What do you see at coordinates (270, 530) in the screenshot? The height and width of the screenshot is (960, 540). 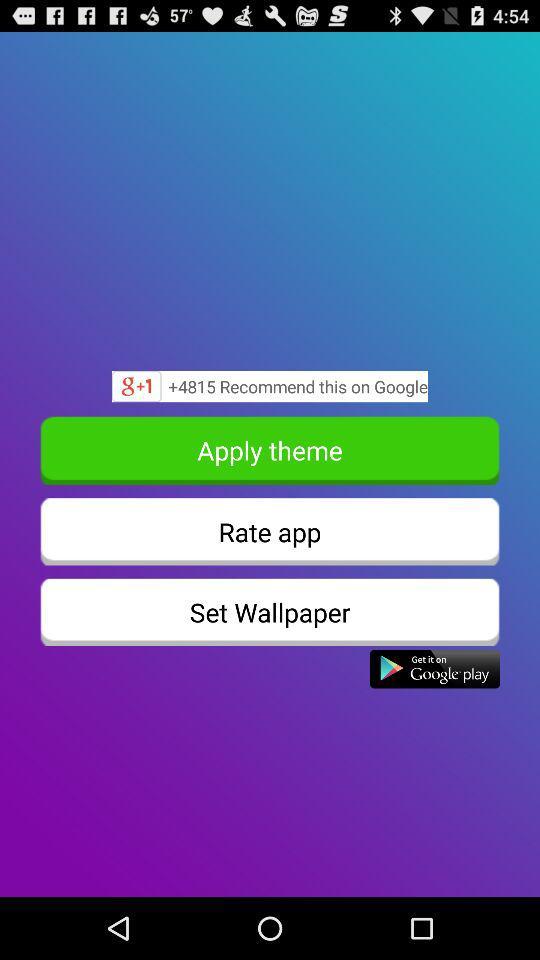 I see `the item below apply theme item` at bounding box center [270, 530].